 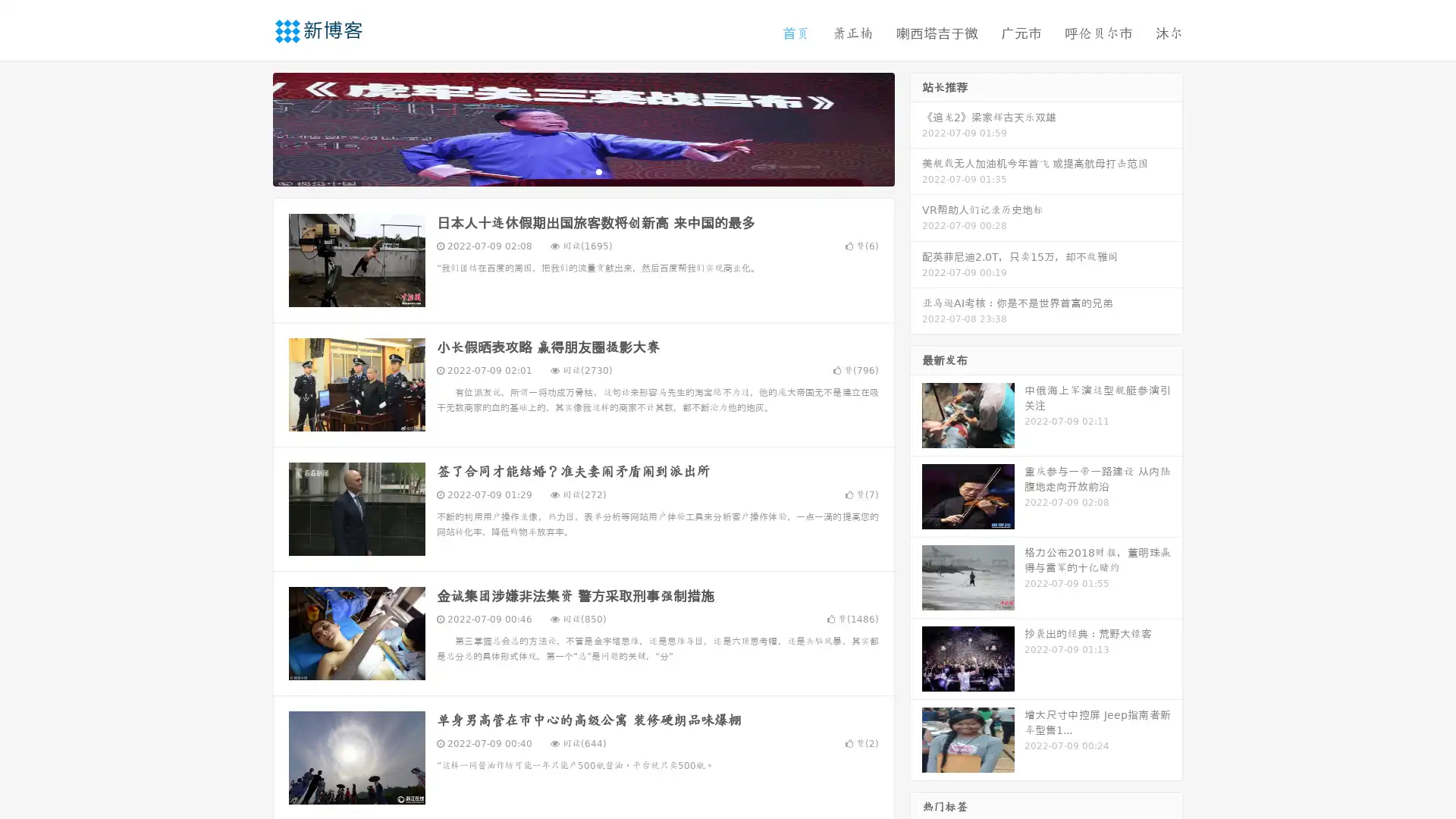 What do you see at coordinates (250, 127) in the screenshot?
I see `Previous slide` at bounding box center [250, 127].